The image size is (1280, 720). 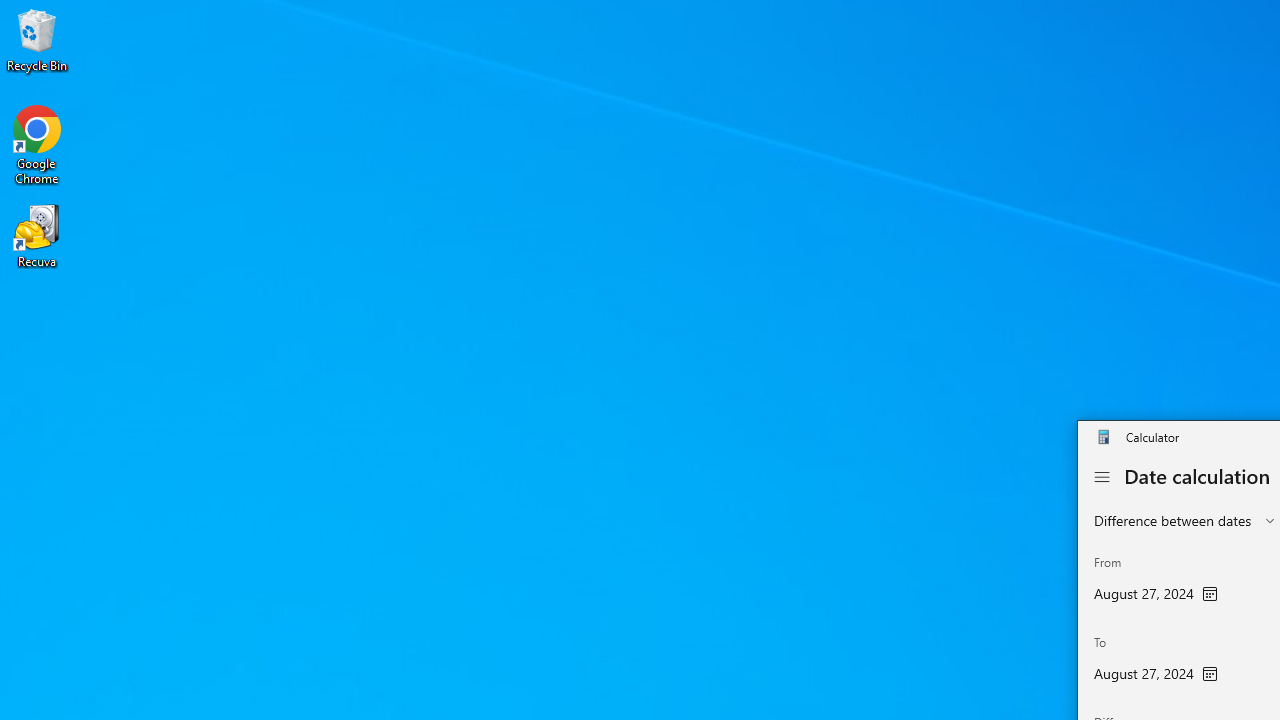 I want to click on 'Difference between dates', so click(x=1173, y=519).